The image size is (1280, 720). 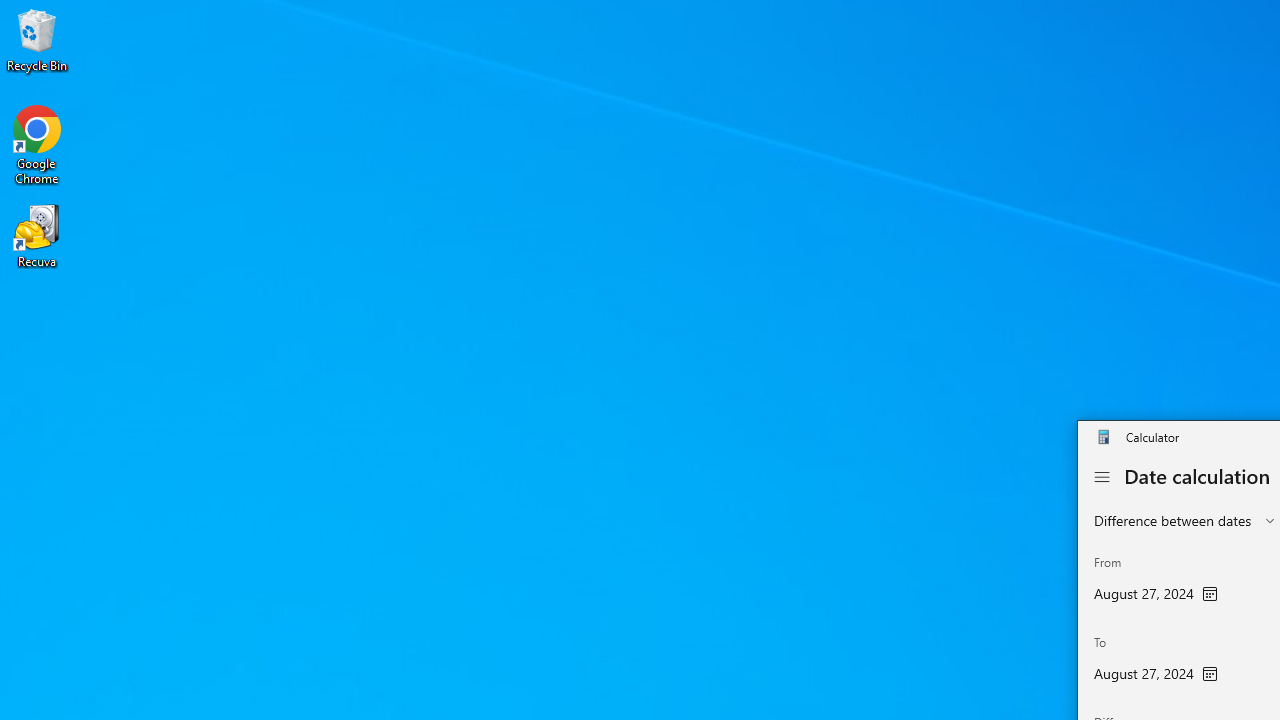 I want to click on 'Difference between dates', so click(x=1173, y=519).